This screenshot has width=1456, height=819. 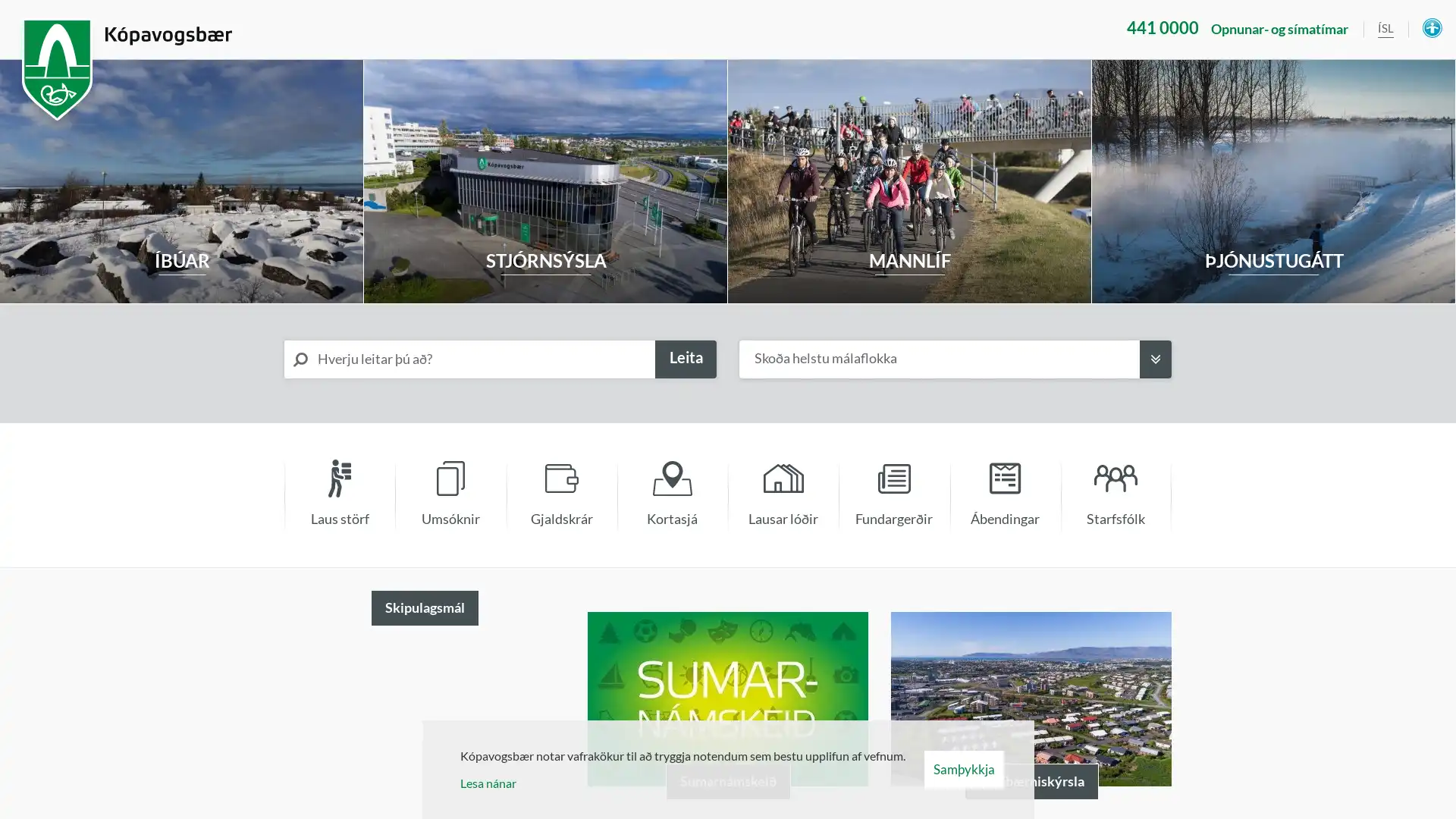 What do you see at coordinates (962, 769) in the screenshot?
I see `Samykkja vafrakokur` at bounding box center [962, 769].